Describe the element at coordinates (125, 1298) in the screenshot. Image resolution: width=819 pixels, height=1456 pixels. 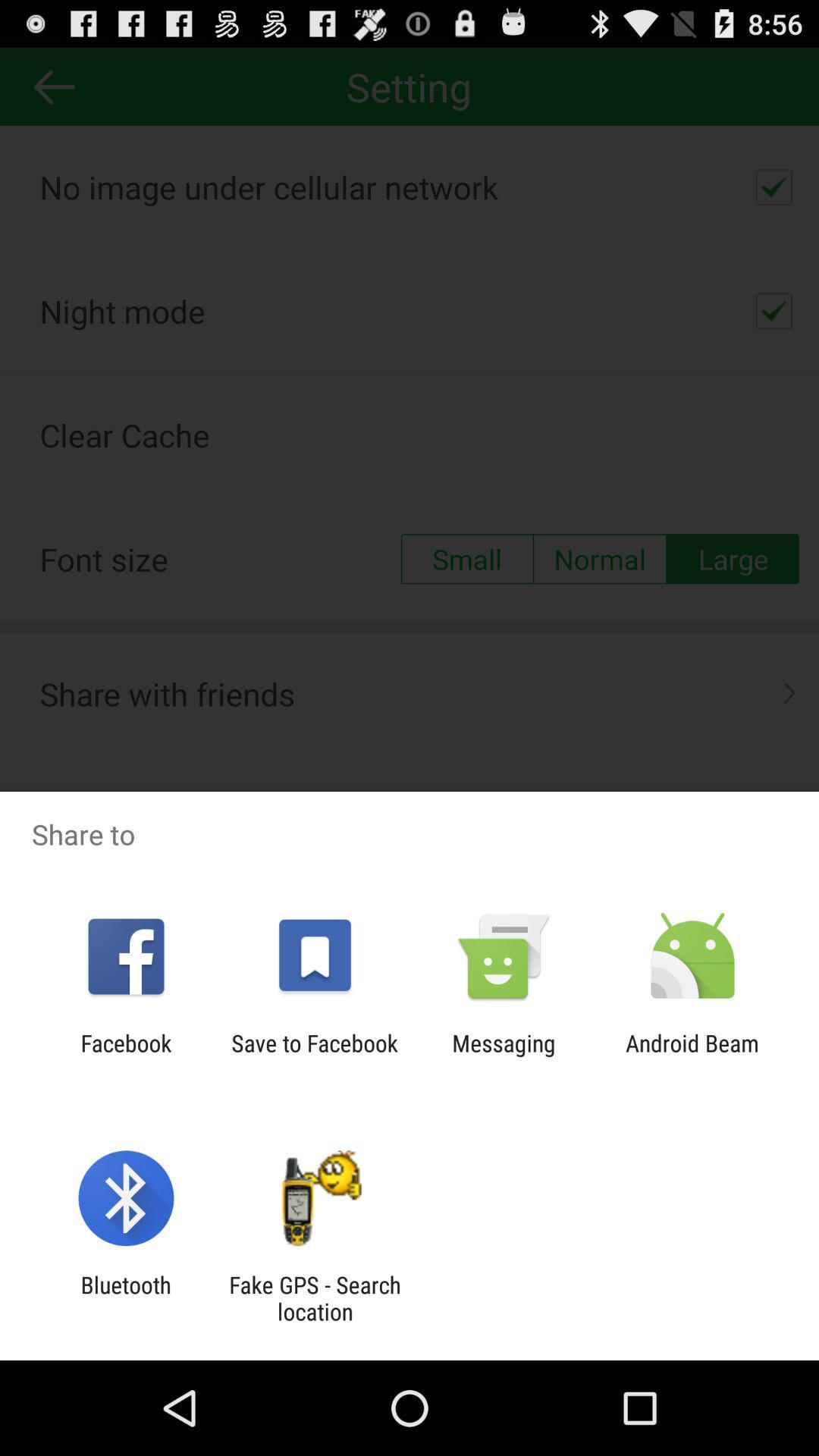
I see `app next to fake gps search app` at that location.